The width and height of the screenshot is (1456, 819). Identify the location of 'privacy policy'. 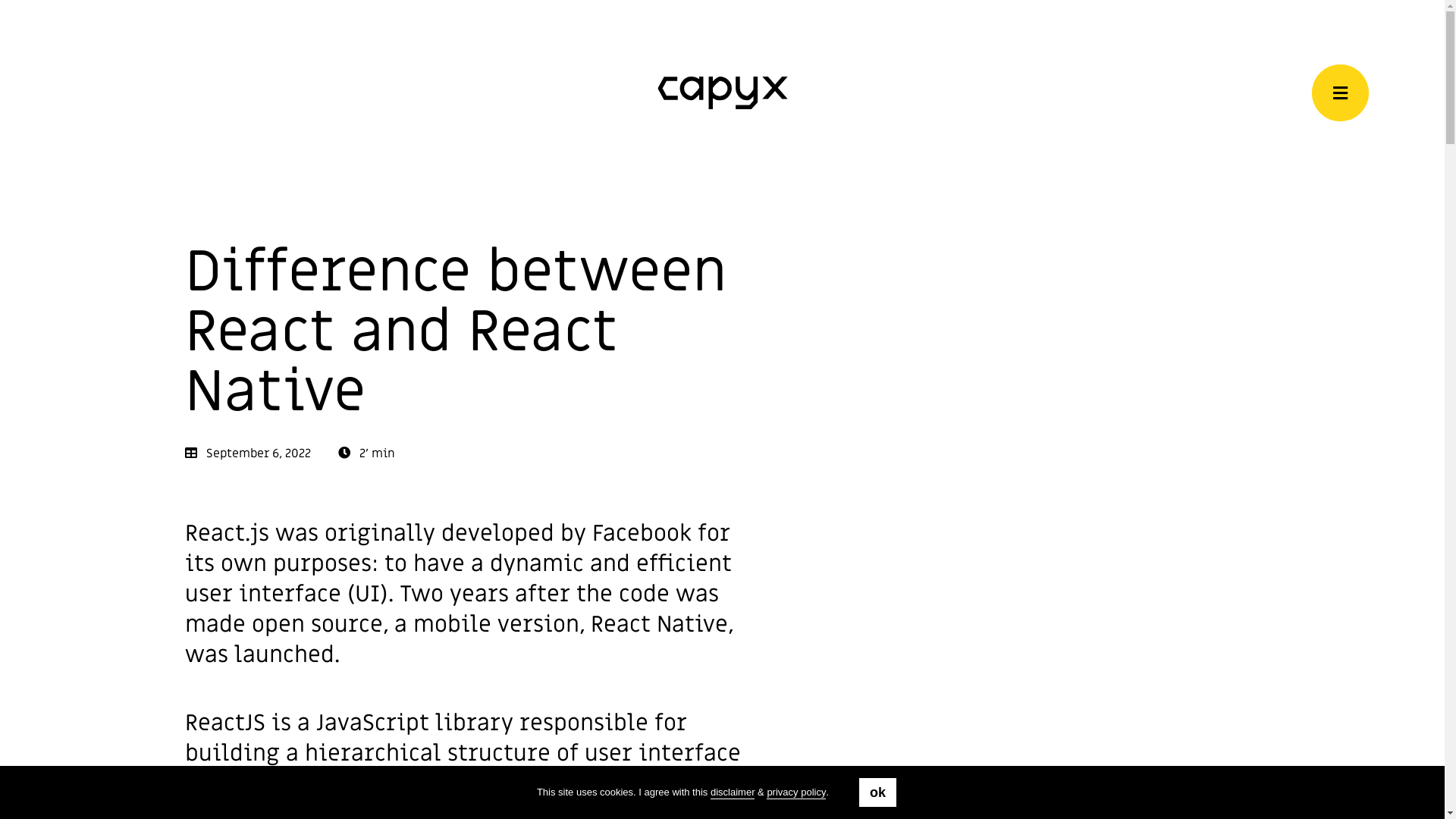
(795, 792).